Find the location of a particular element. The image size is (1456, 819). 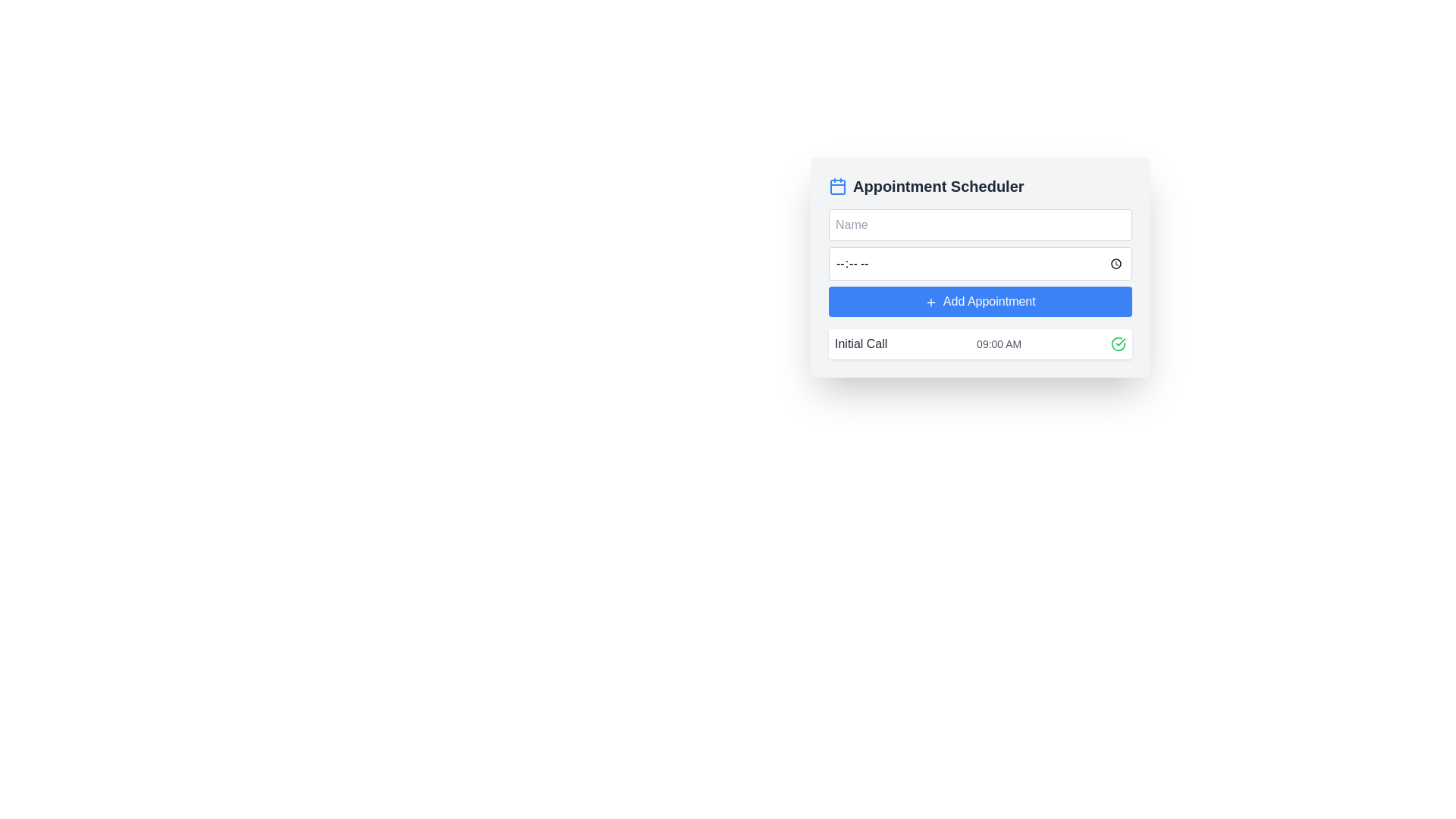

the 'Add Appointment' button by clicking on the leftmost icon that visually indicates the action of adding, which is adjacent to the text 'Add Appointment' is located at coordinates (930, 302).